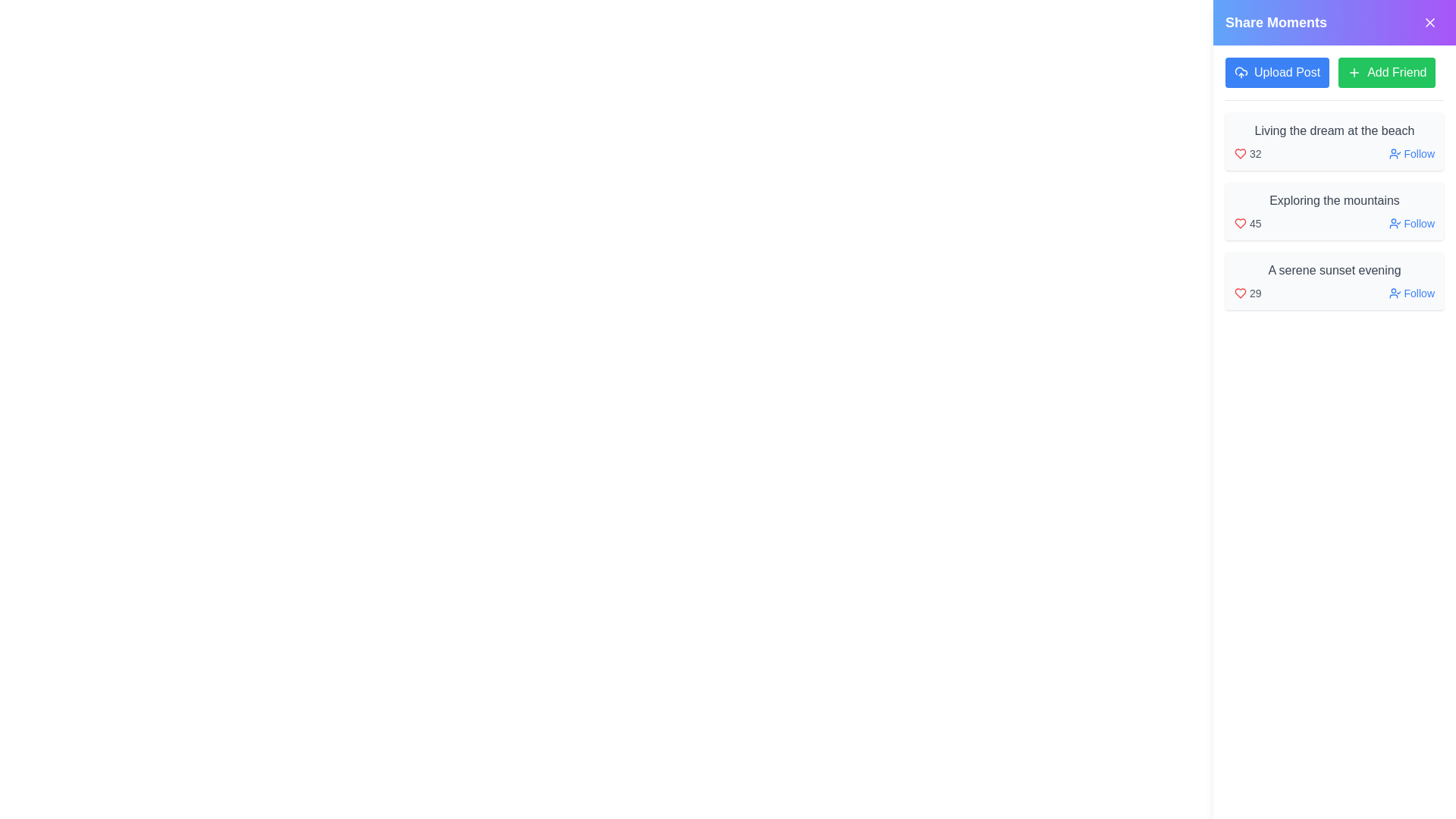 The width and height of the screenshot is (1456, 819). I want to click on the blue 'Upload Post' button located at the top right of the interface to initiate uploading a post, so click(1276, 73).